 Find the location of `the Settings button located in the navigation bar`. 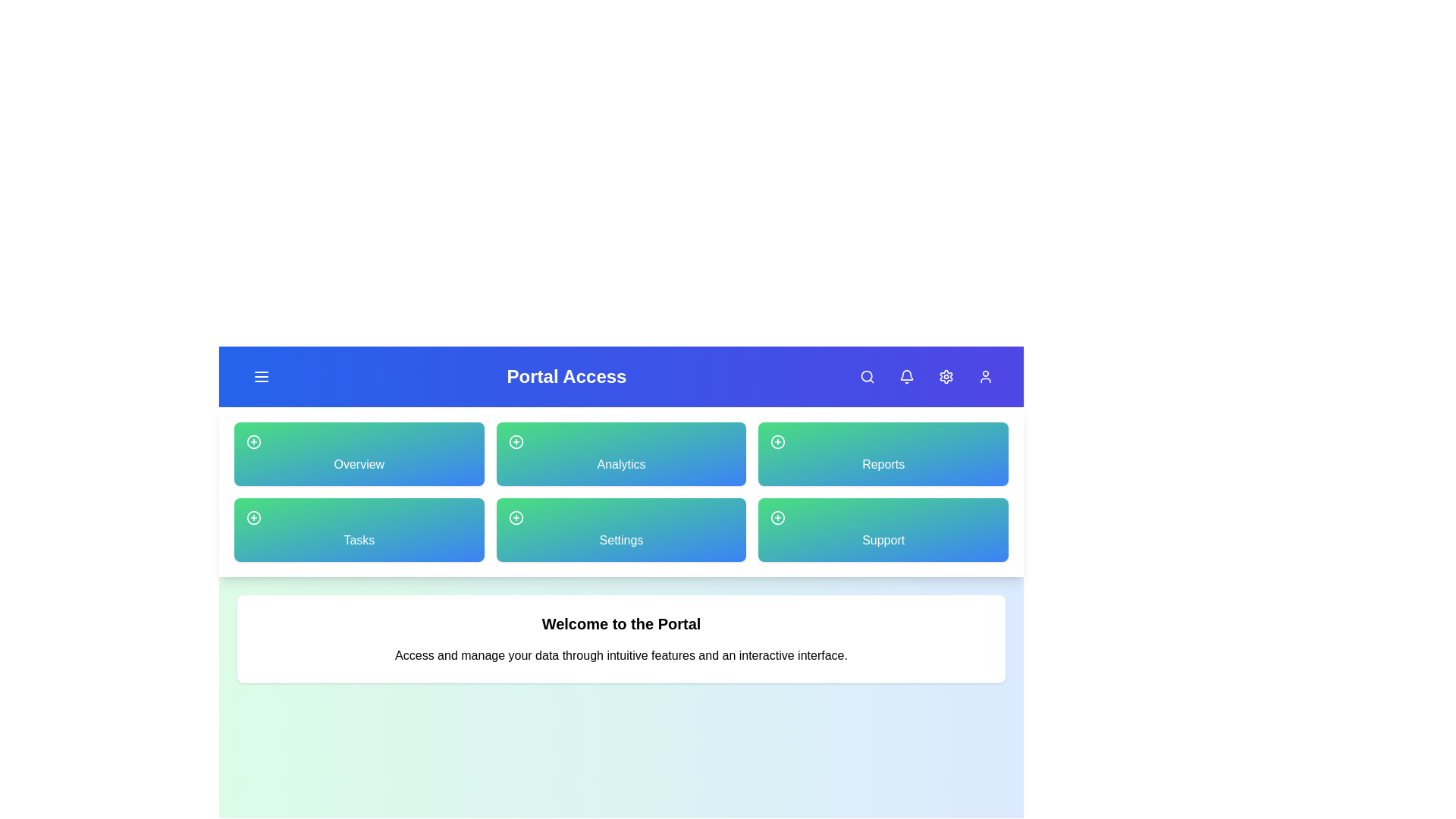

the Settings button located in the navigation bar is located at coordinates (946, 376).